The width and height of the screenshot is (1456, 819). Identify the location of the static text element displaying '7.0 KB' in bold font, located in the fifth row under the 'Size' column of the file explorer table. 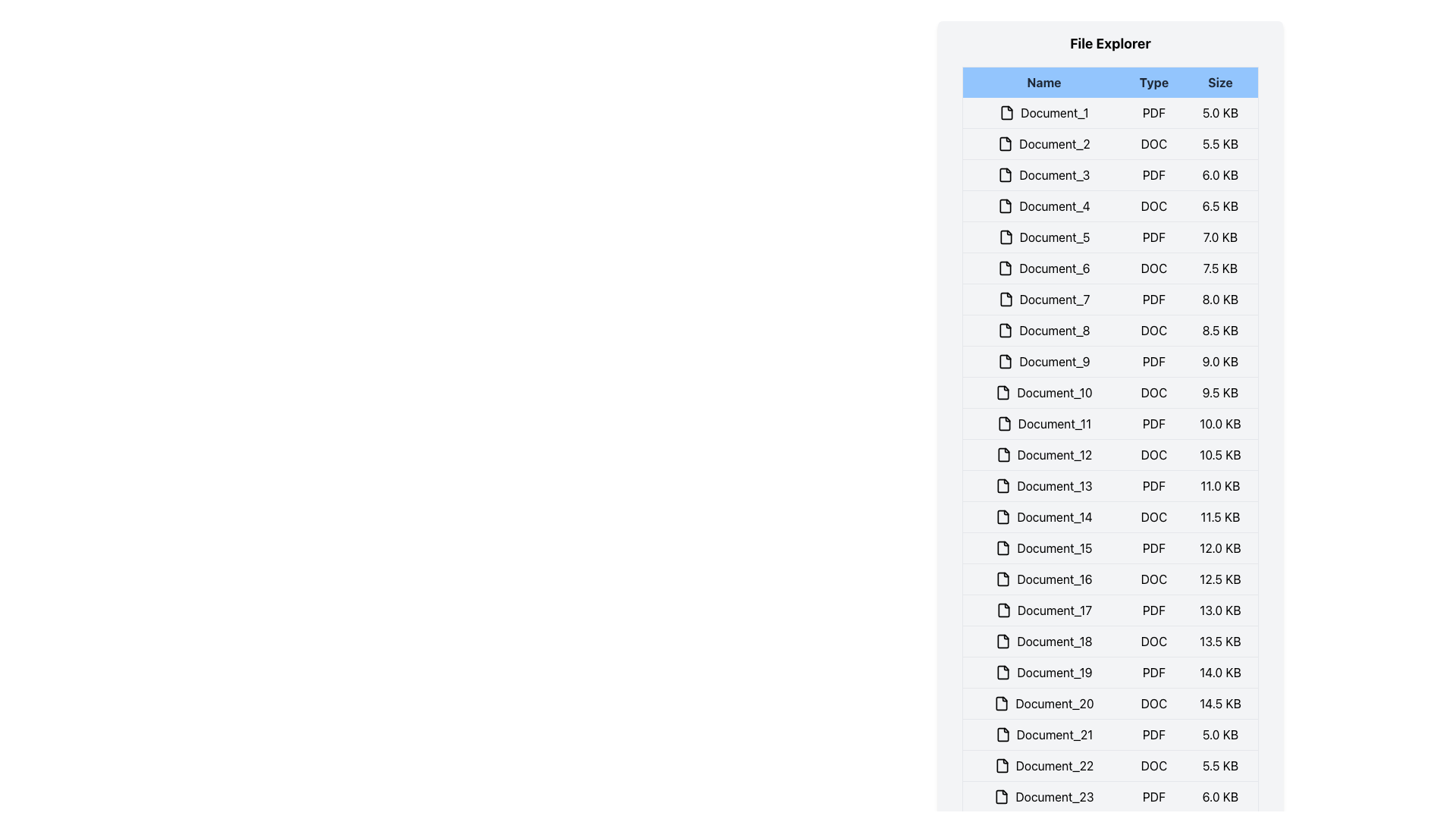
(1220, 237).